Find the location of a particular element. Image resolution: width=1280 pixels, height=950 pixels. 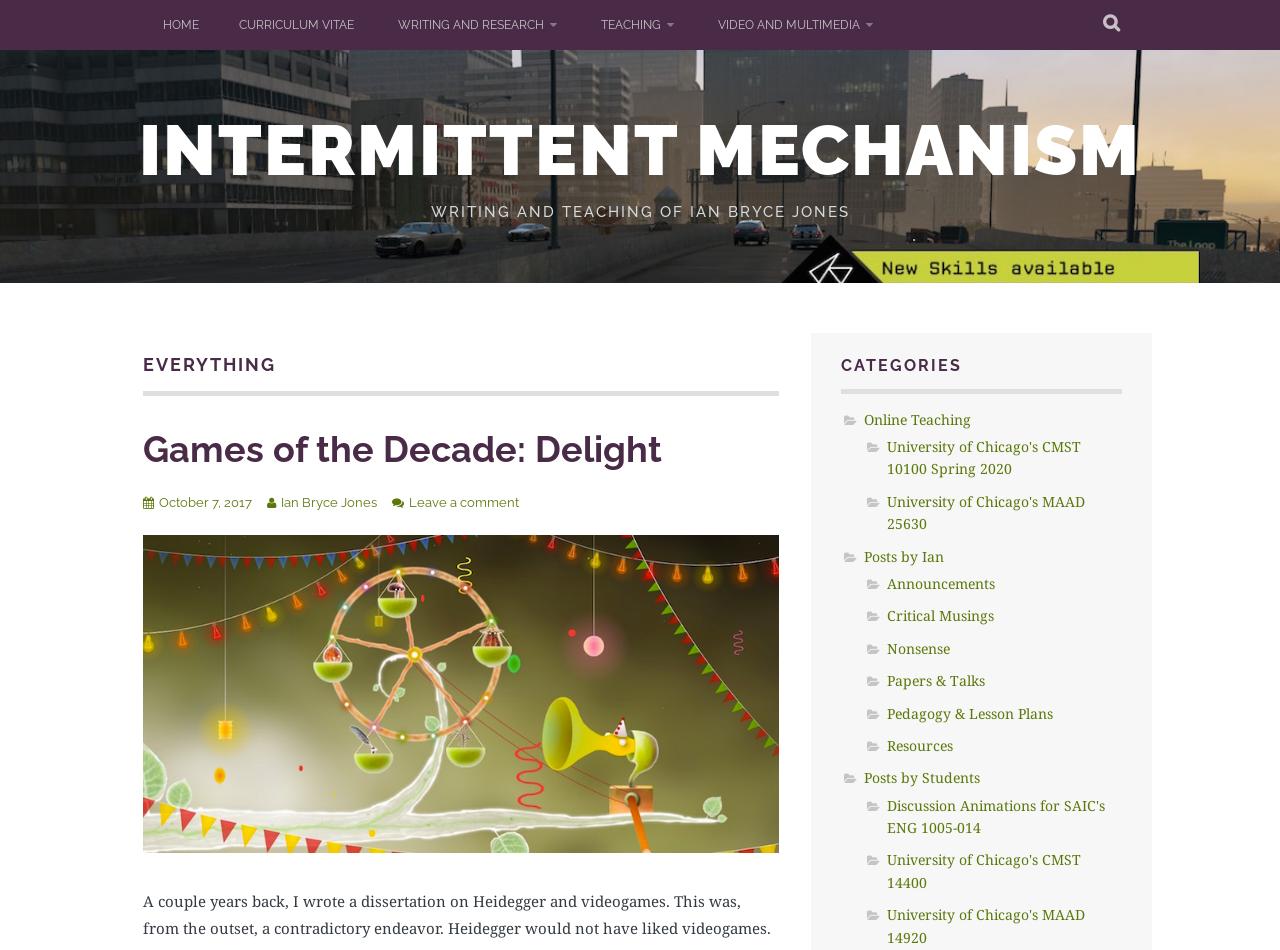

'Online Teaching' is located at coordinates (915, 417).